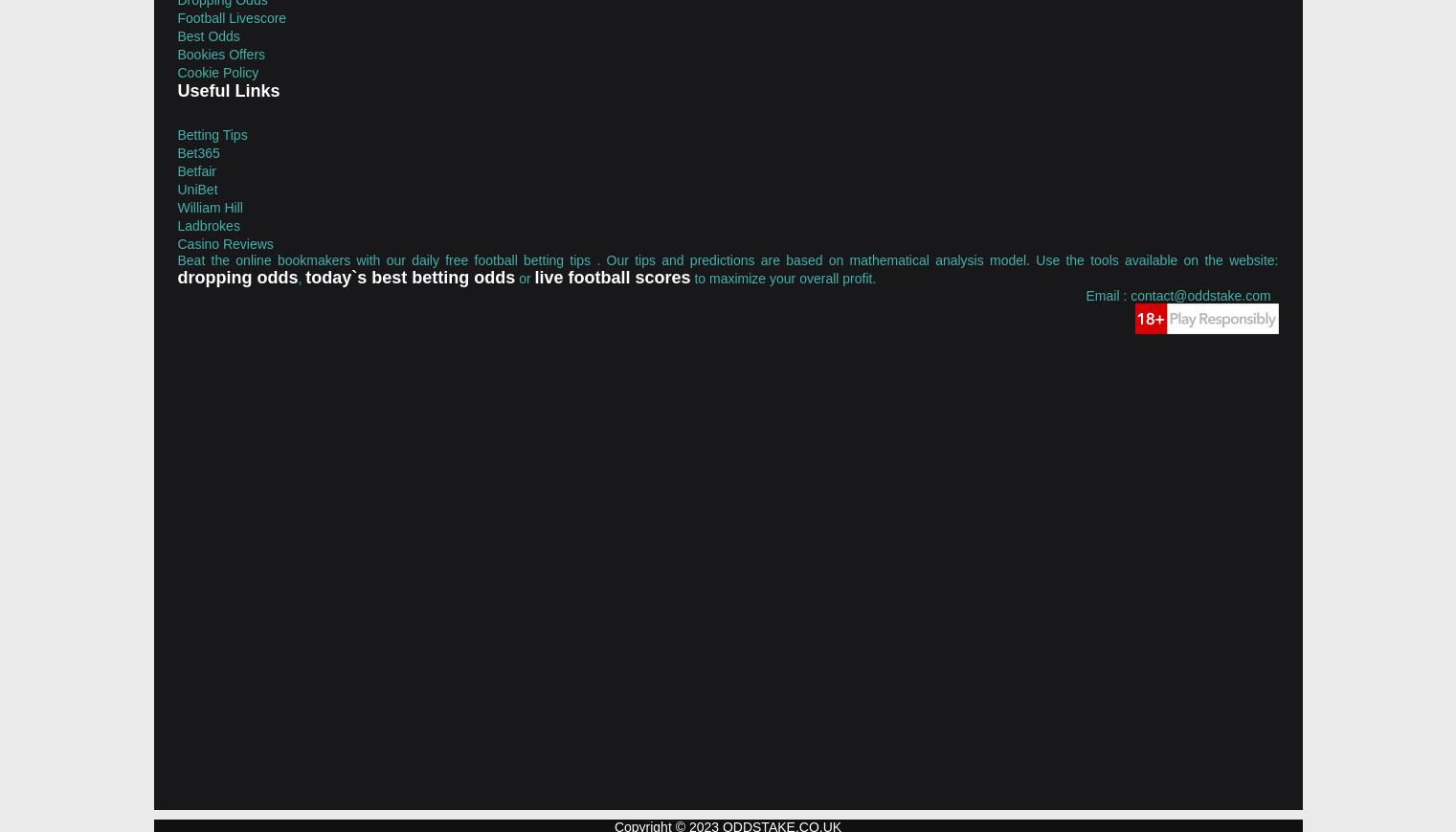  Describe the element at coordinates (524, 276) in the screenshot. I see `'or'` at that location.